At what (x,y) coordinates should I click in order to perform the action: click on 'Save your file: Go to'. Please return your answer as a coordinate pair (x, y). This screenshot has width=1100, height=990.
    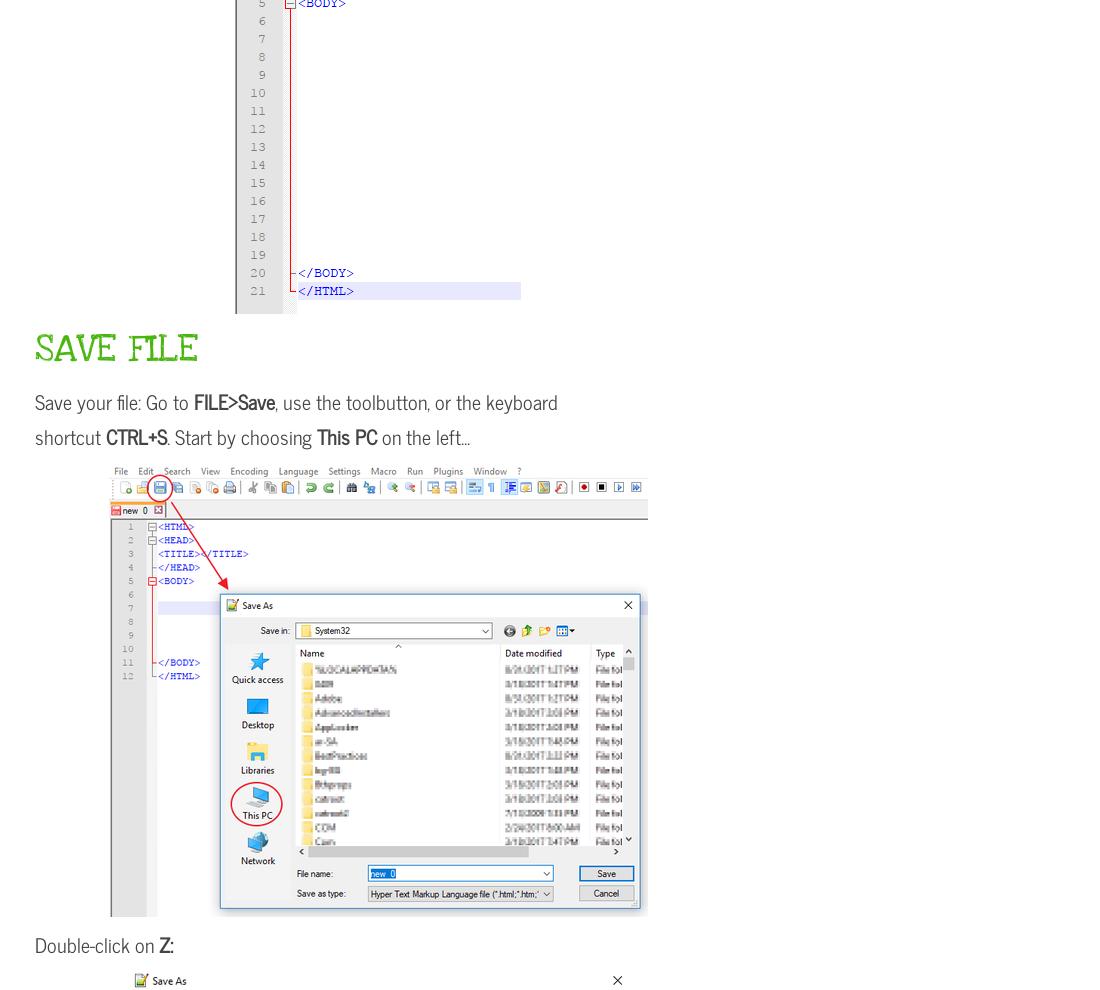
    Looking at the image, I should click on (114, 400).